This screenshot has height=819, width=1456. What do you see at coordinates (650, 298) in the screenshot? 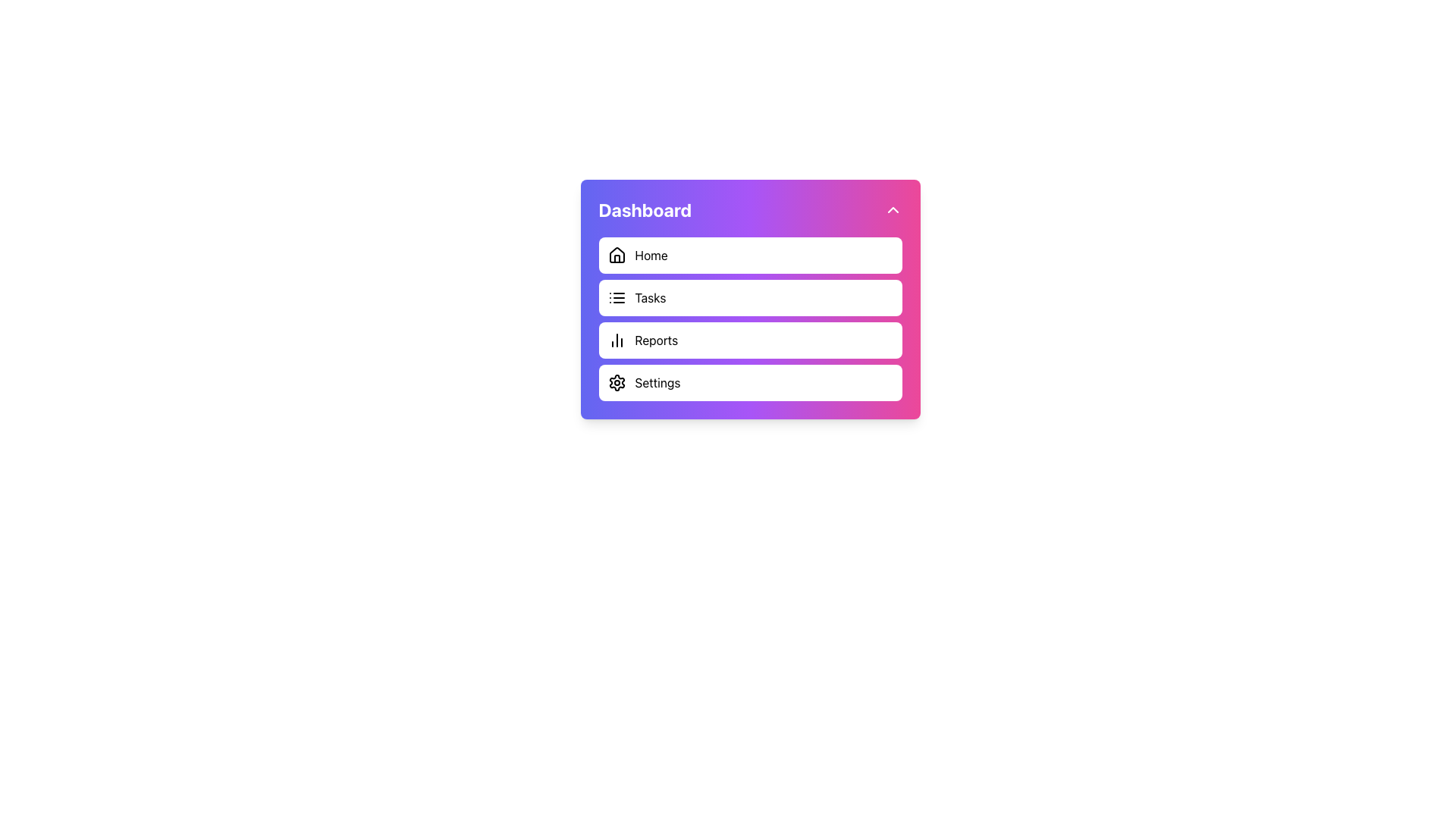
I see `the 'Tasks' label in the second row of the card-like menu, which is adjacent to a list icon` at bounding box center [650, 298].